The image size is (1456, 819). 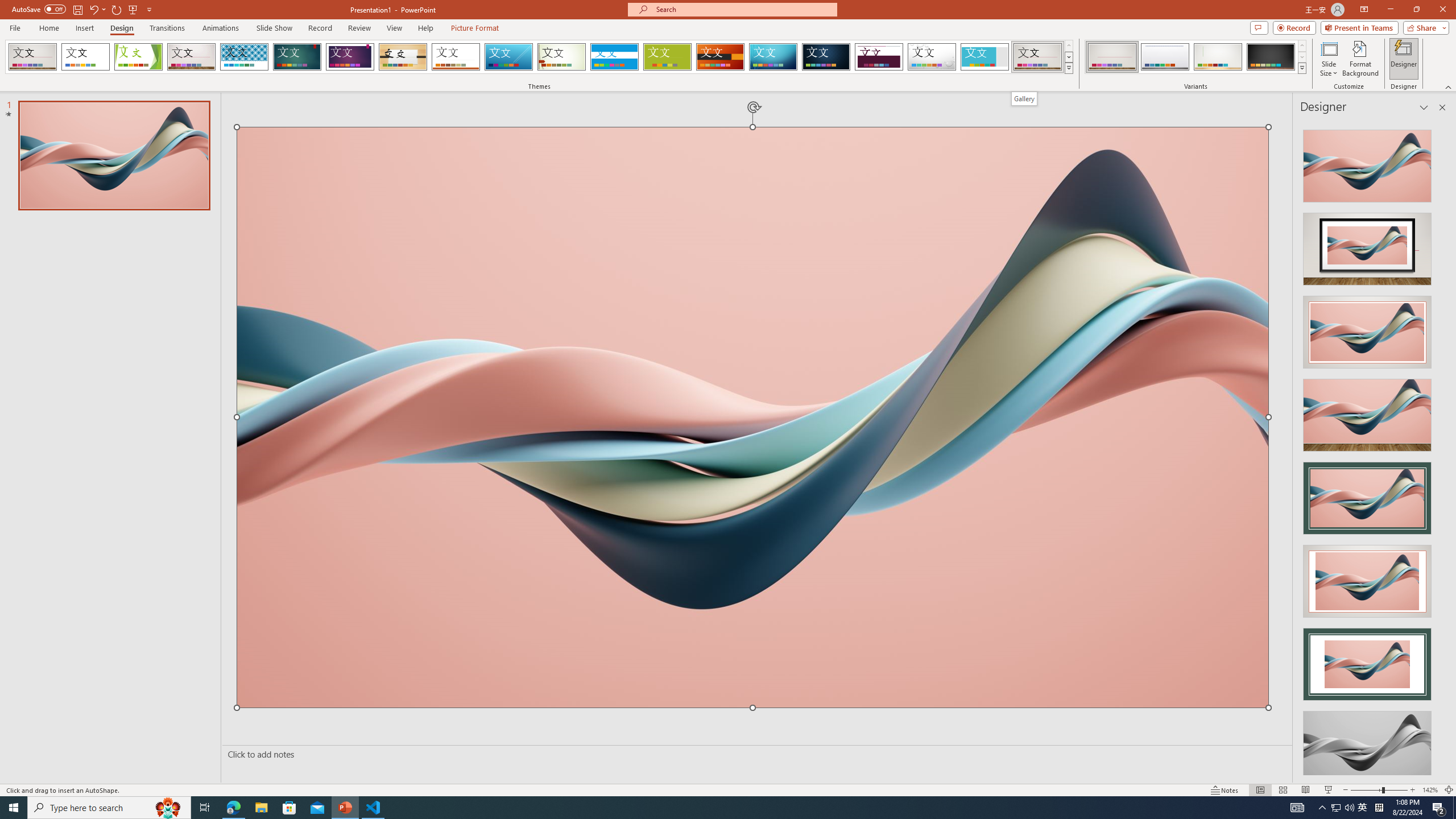 What do you see at coordinates (721, 56) in the screenshot?
I see `'Berlin'` at bounding box center [721, 56].